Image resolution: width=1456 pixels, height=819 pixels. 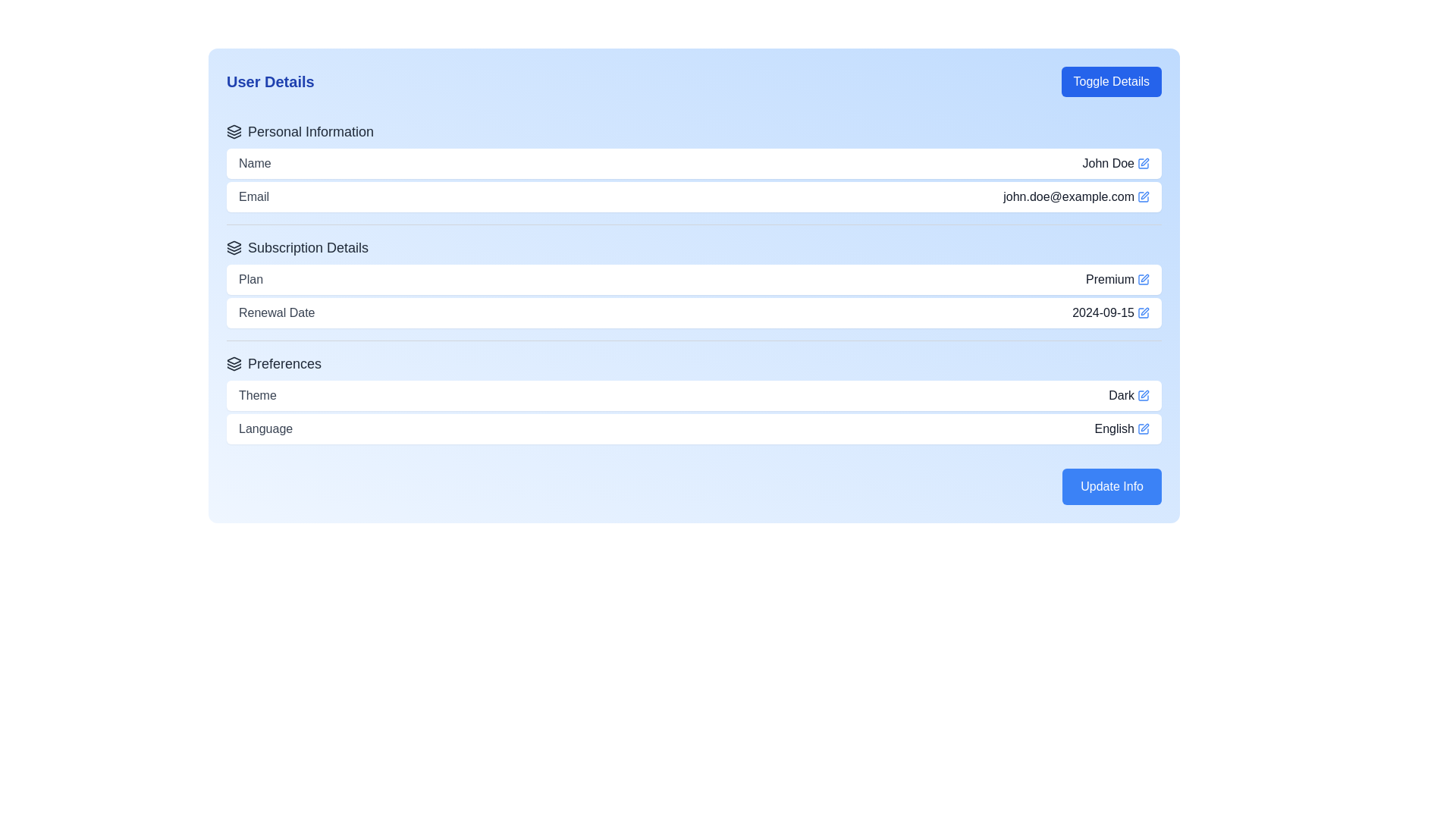 I want to click on title 'User Details' located at the top of the card interface, which is styled with a large blue font, so click(x=693, y=82).